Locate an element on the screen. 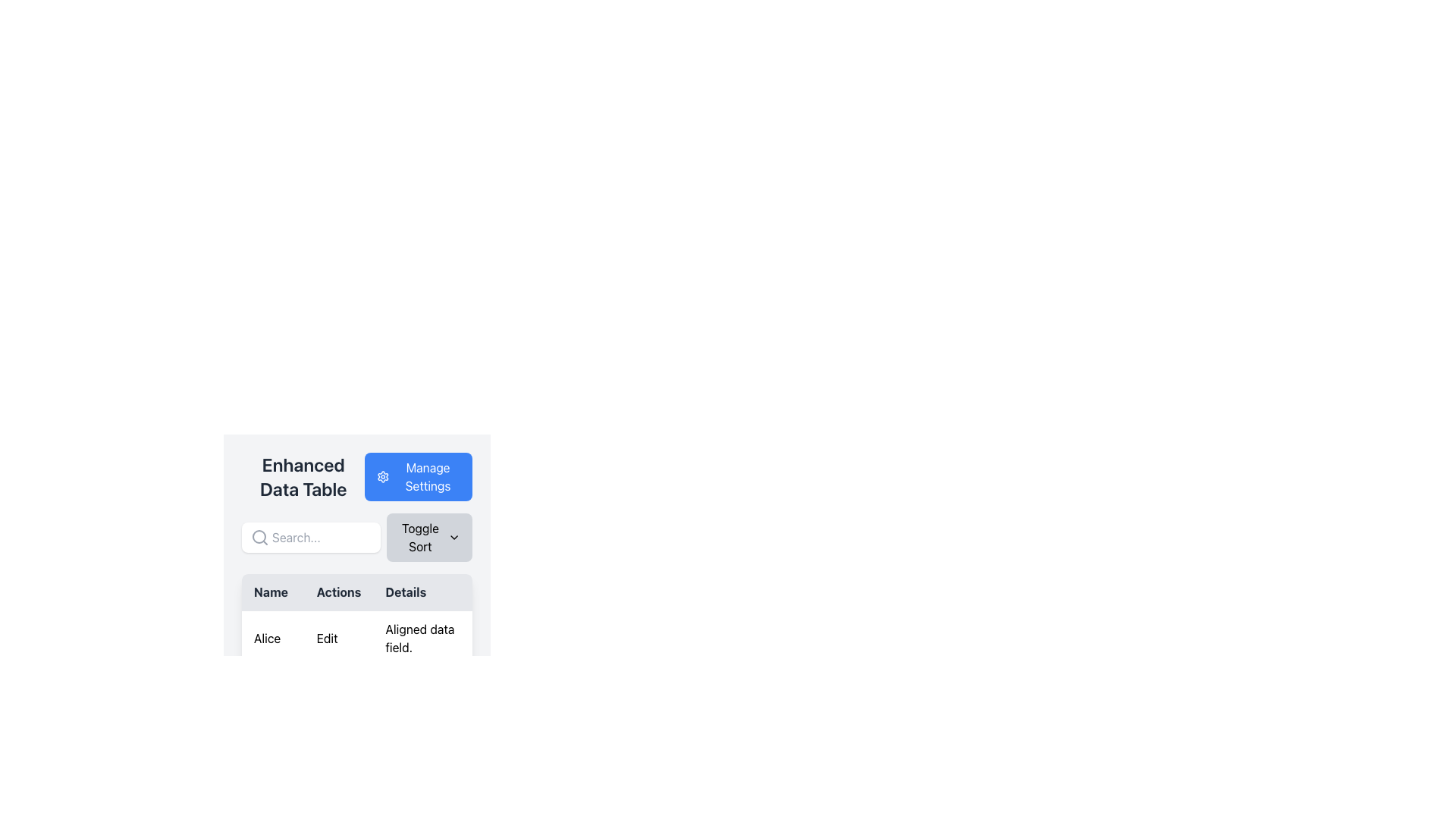 This screenshot has height=819, width=1456. text displayed in the rightmost cell of the 'Details' column for the row associated with 'Alice' is located at coordinates (422, 638).